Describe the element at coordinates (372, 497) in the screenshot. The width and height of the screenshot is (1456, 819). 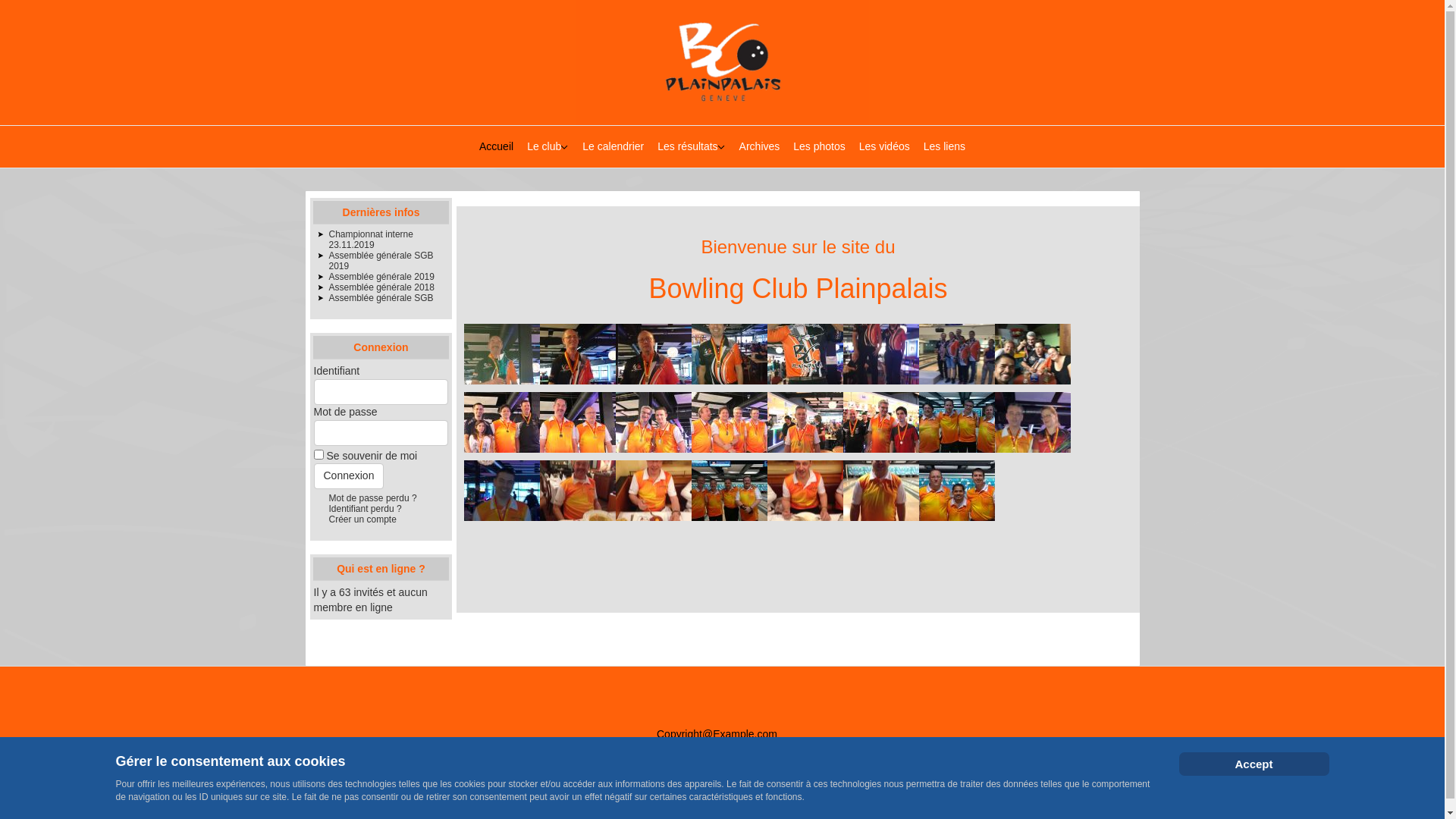
I see `'Mot de passe perdu ?'` at that location.